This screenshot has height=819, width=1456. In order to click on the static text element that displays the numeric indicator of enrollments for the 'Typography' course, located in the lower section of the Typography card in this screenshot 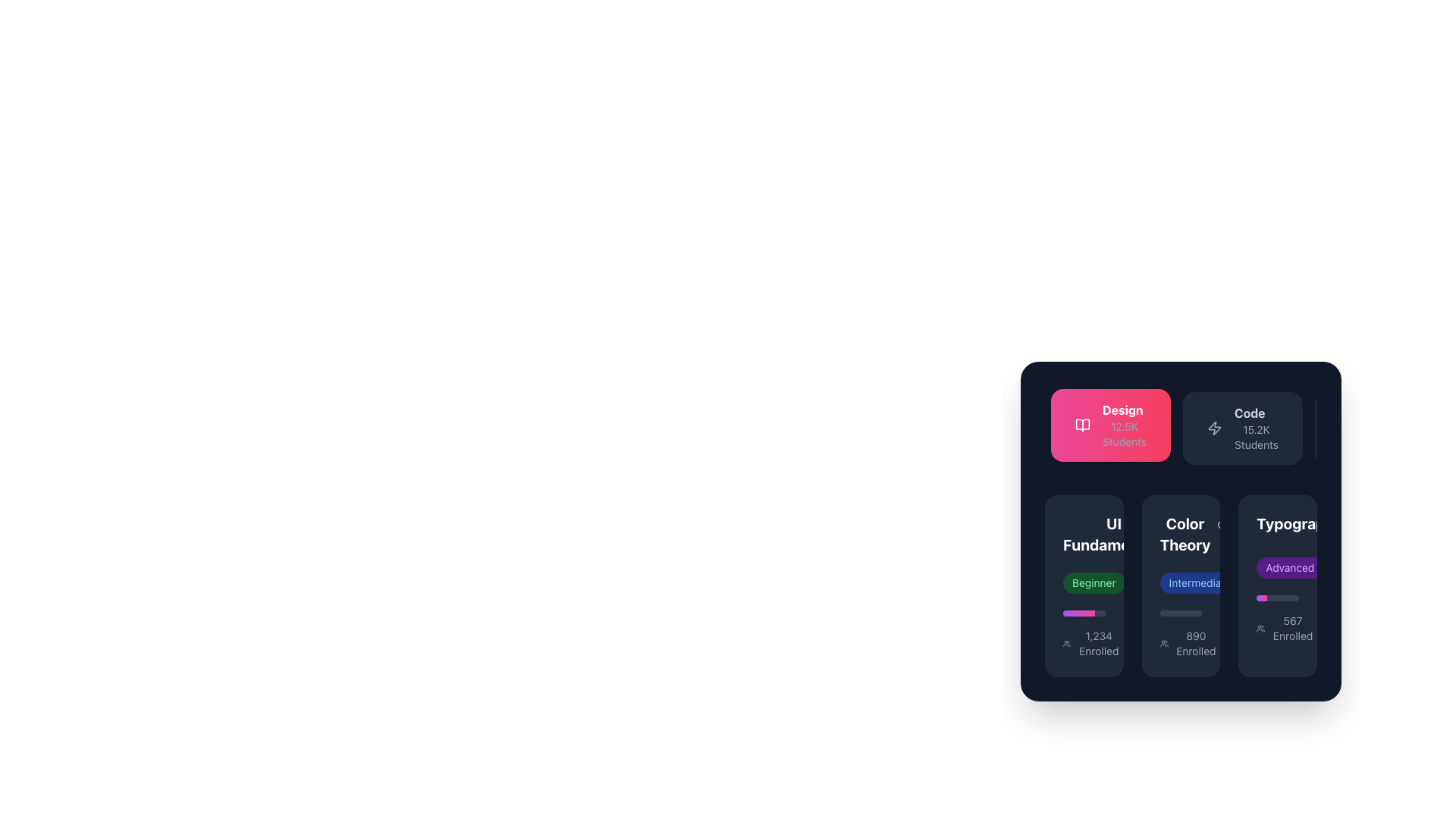, I will do `click(1277, 629)`.